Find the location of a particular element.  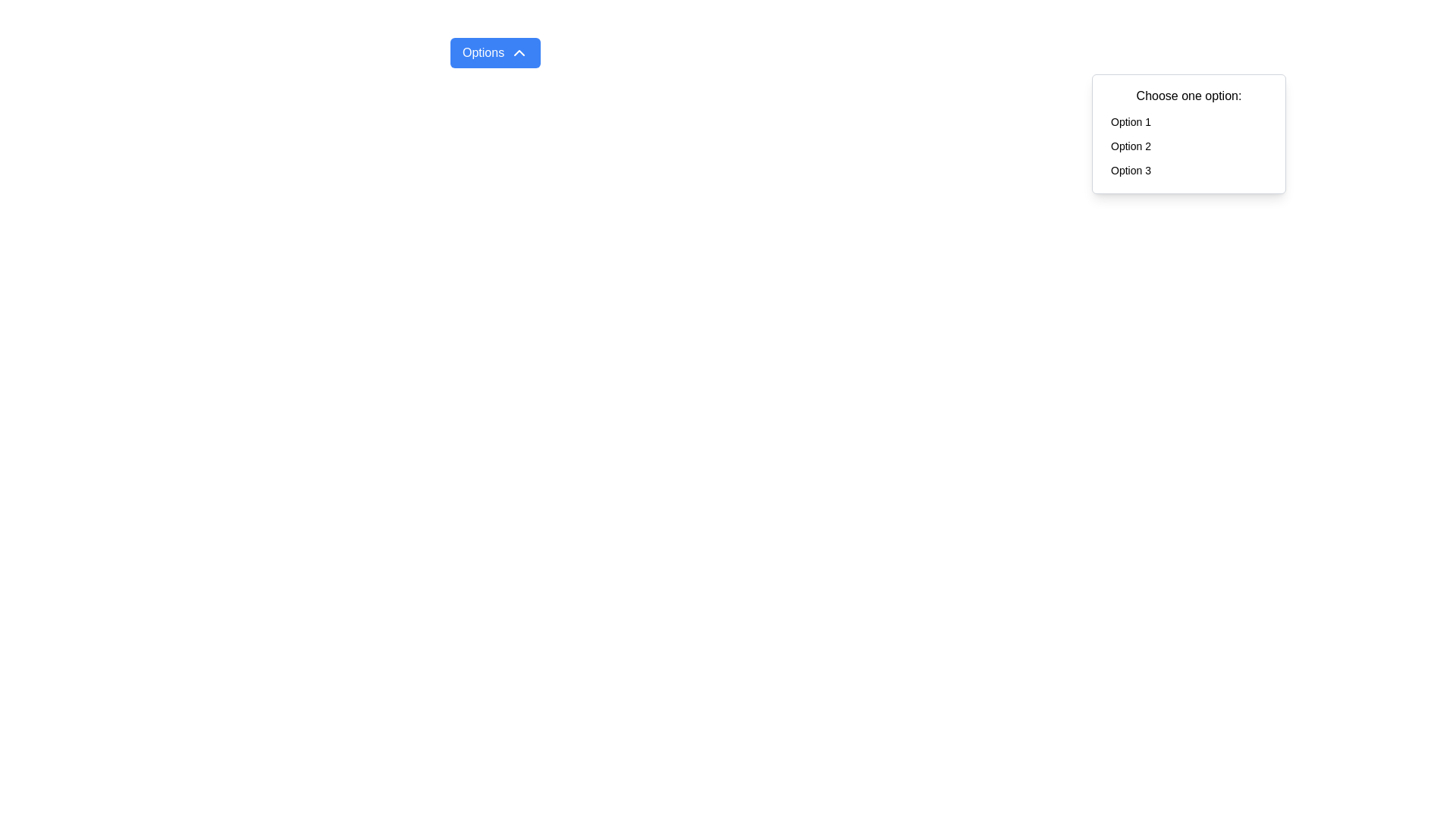

the upward-pointing chevron icon located on the right side of the 'Options' button is located at coordinates (519, 52).